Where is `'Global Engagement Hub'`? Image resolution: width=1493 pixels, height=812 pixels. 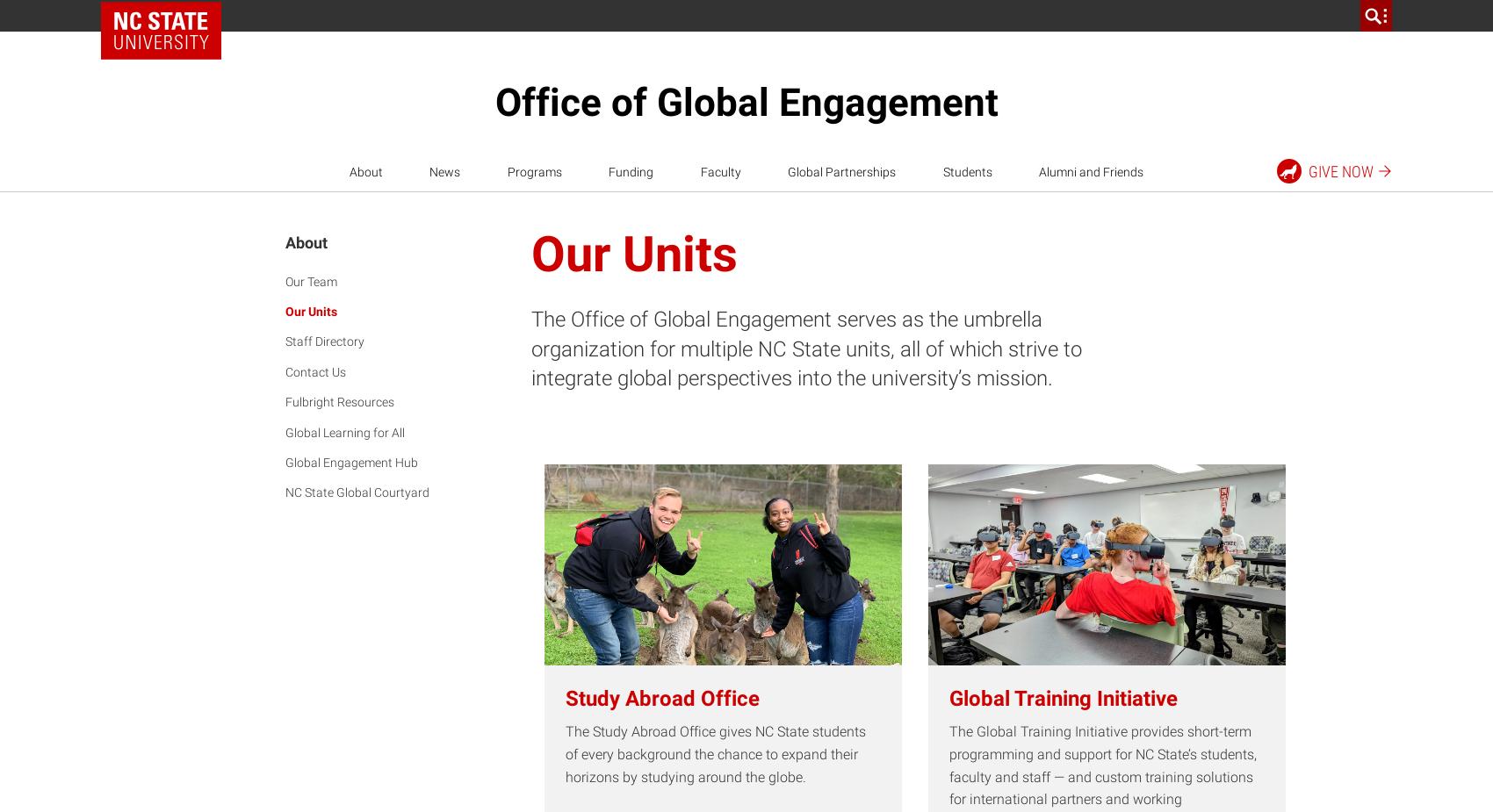
'Global Engagement Hub' is located at coordinates (350, 461).